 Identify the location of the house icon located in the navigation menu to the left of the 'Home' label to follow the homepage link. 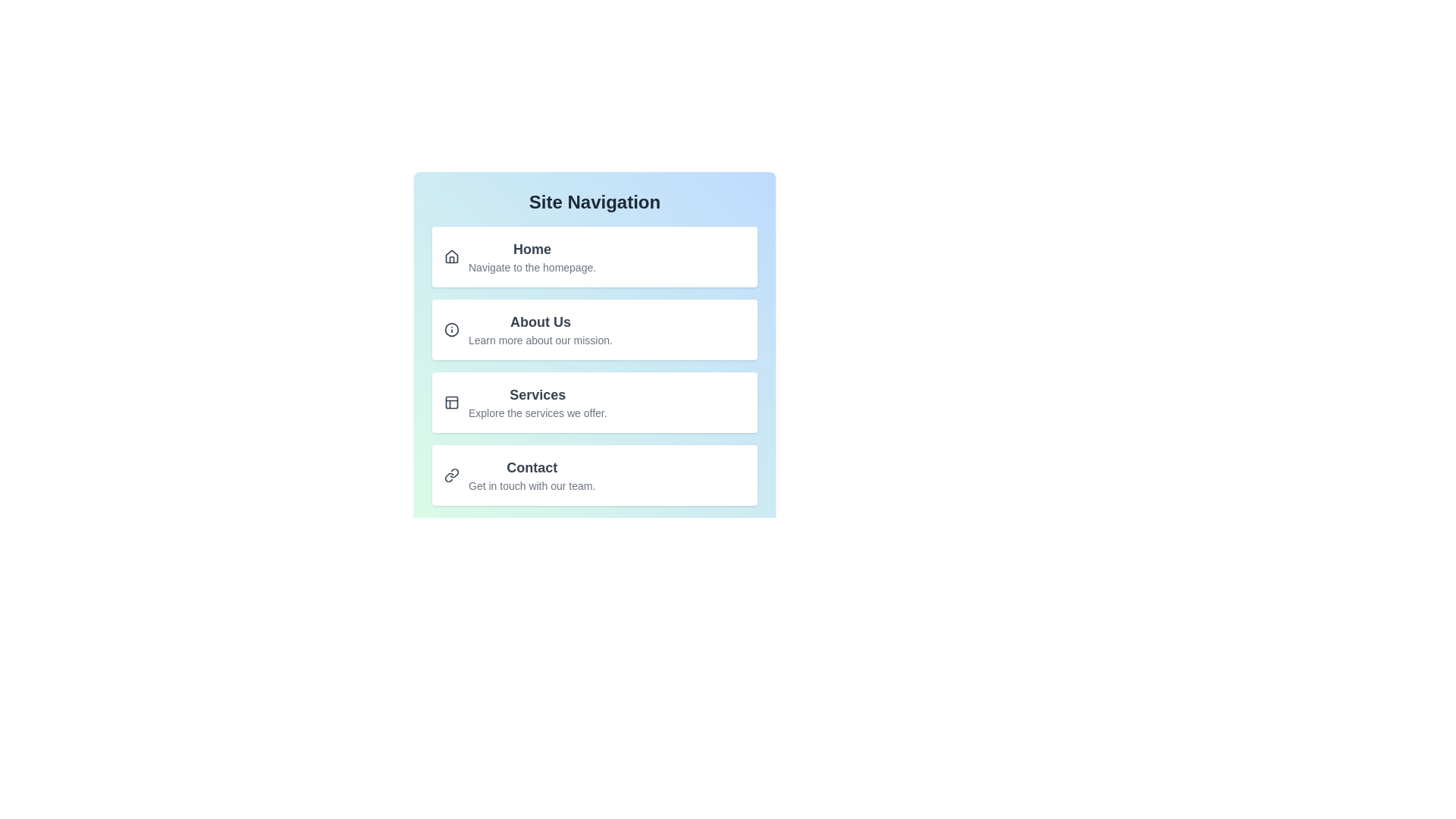
(450, 256).